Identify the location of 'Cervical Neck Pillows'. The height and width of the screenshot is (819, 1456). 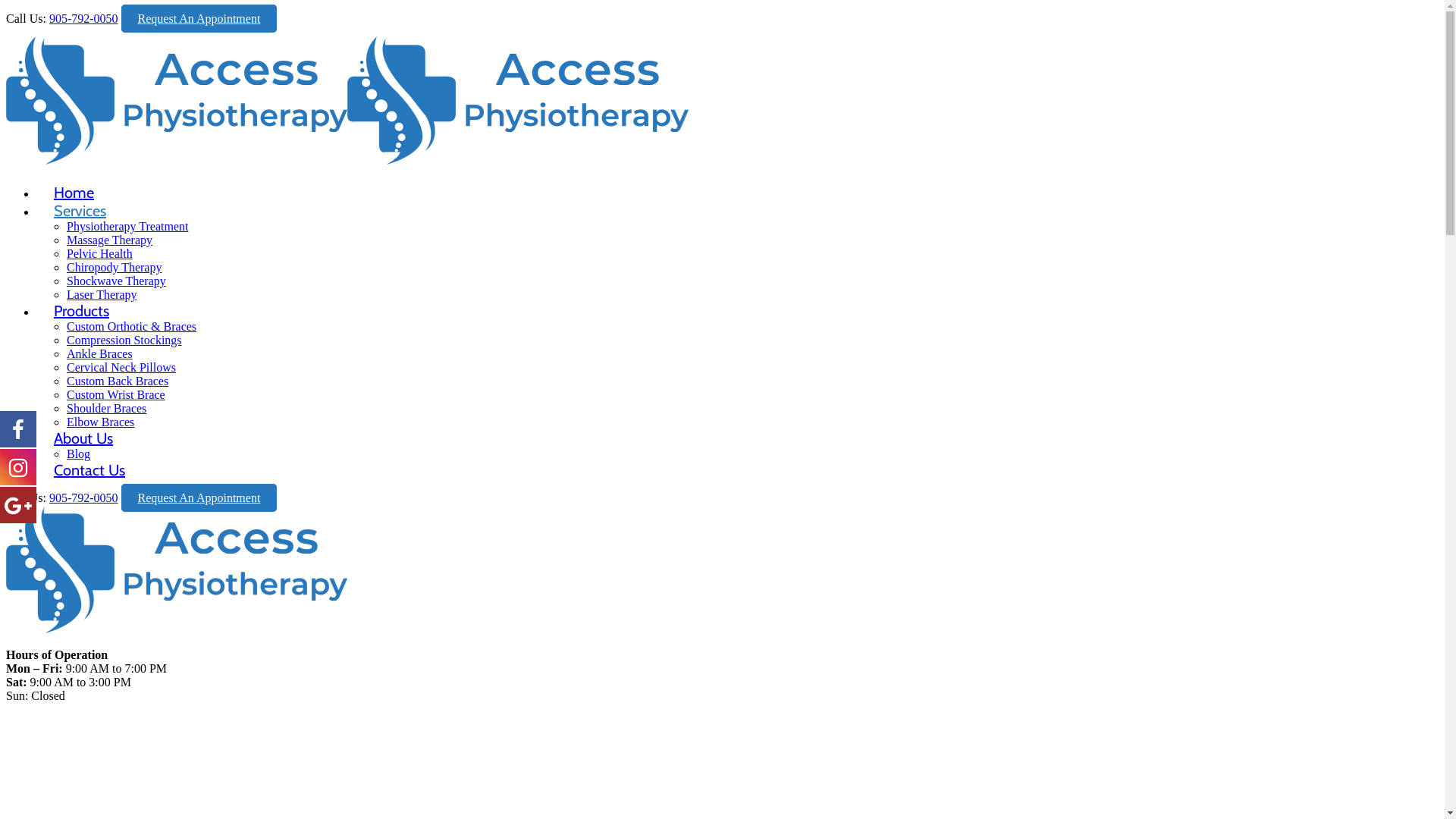
(120, 367).